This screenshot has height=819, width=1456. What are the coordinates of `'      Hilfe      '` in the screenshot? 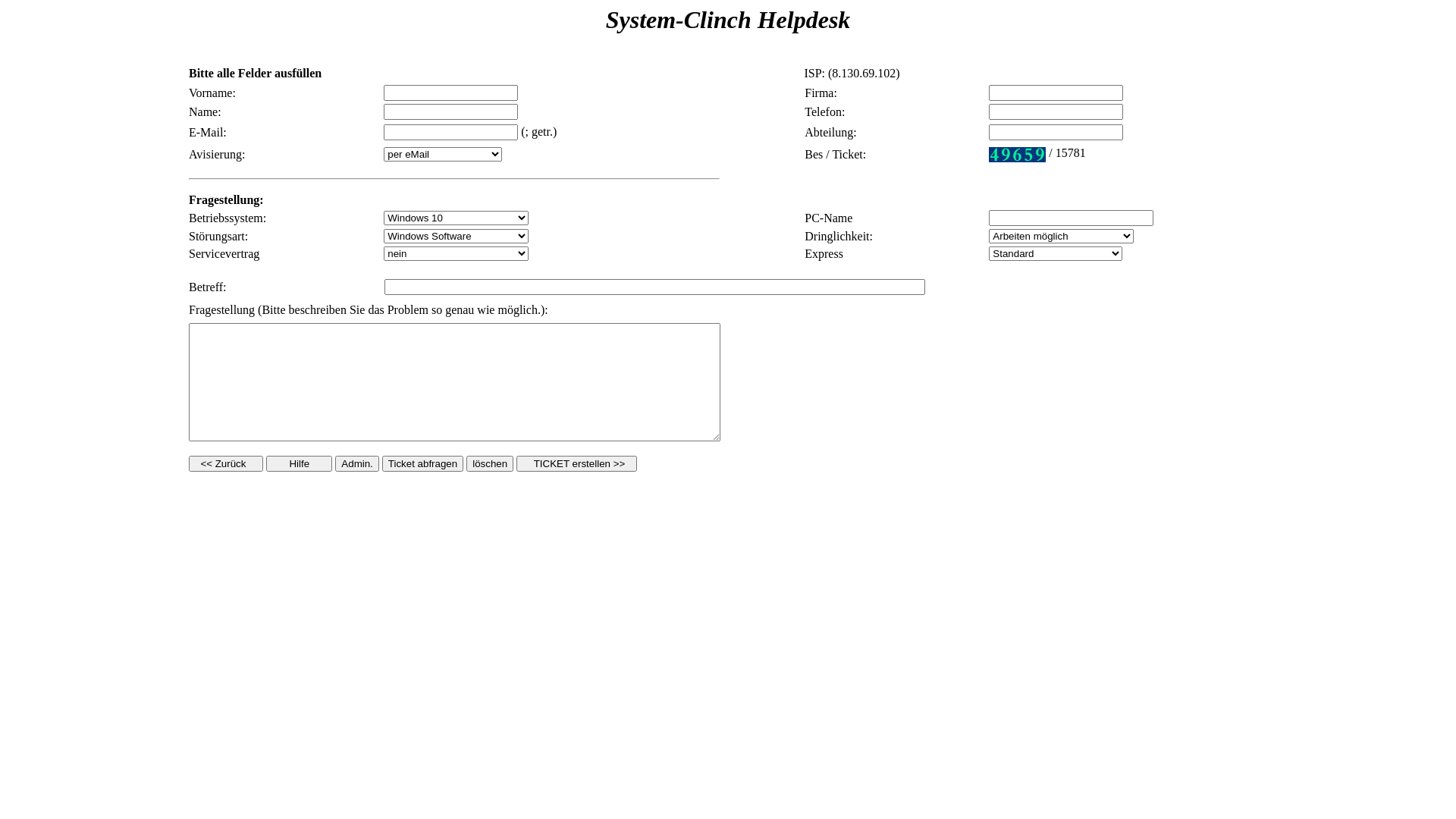 It's located at (299, 462).